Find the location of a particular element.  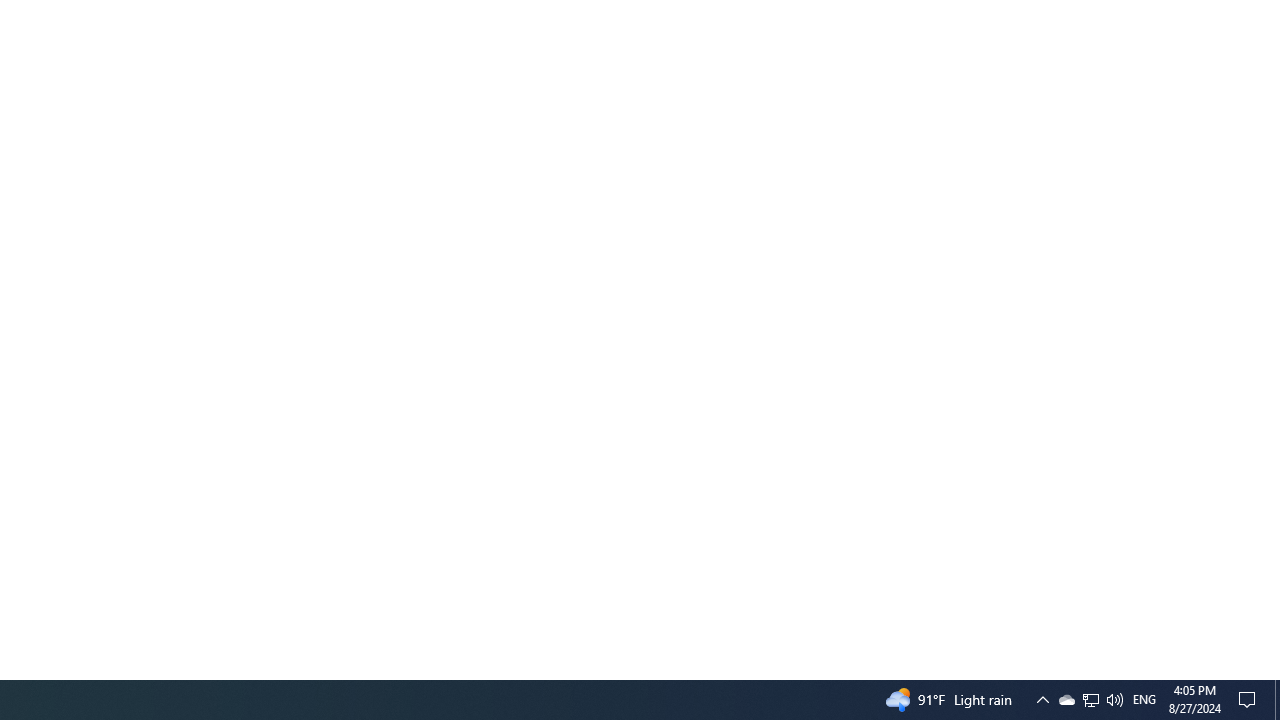

'Q2790: 100%' is located at coordinates (1090, 698).